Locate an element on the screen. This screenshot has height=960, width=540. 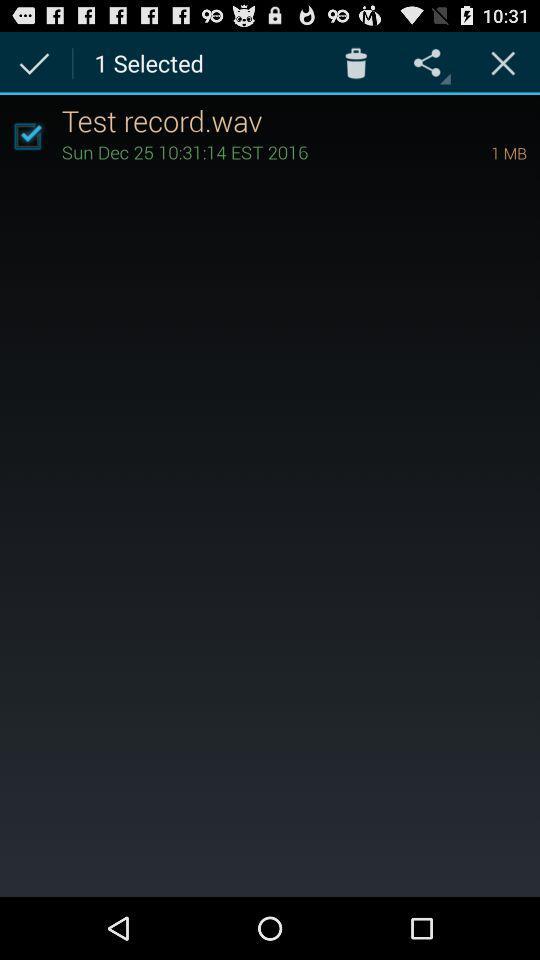
the test record.wav is located at coordinates (299, 120).